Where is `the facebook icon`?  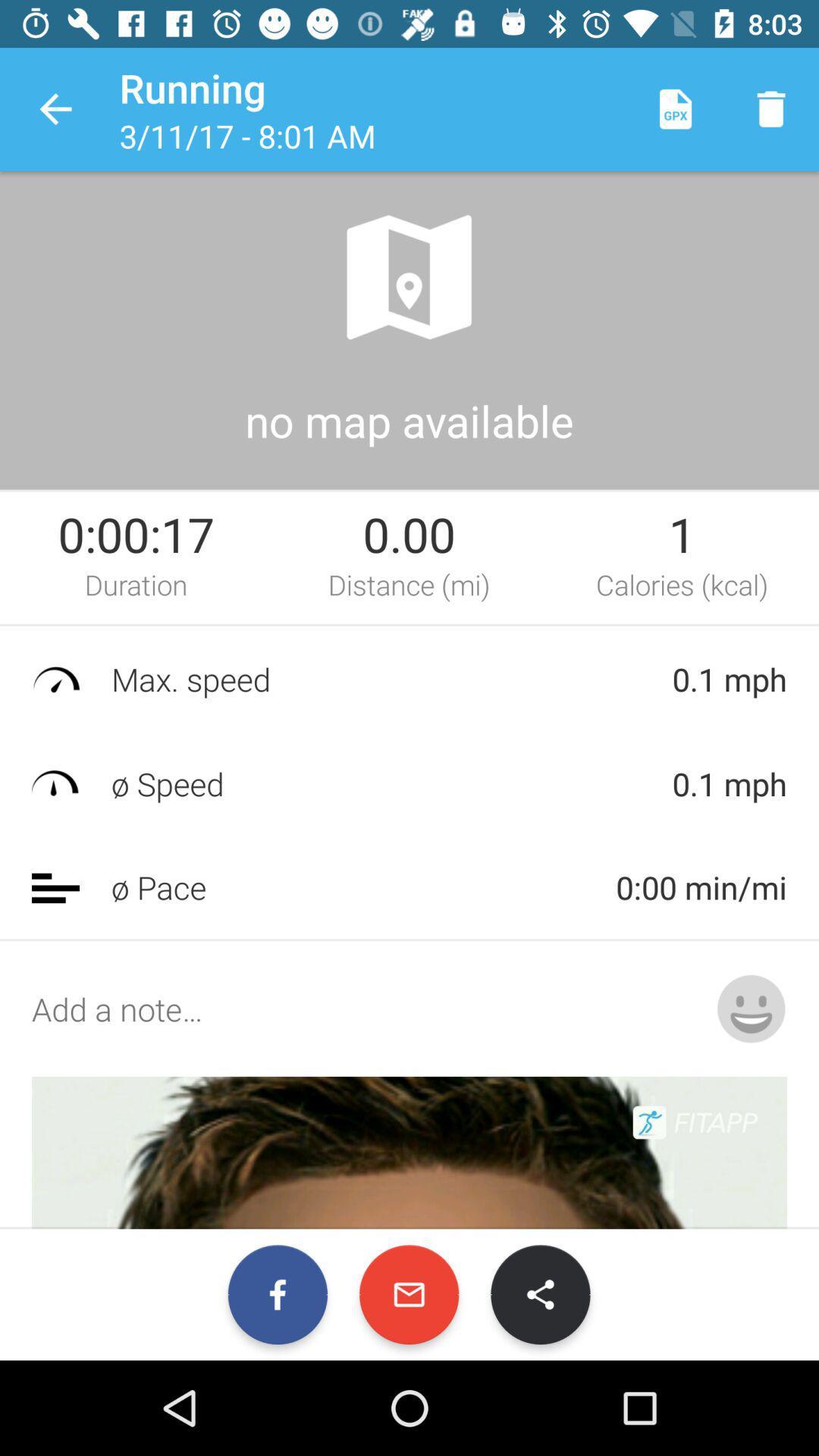 the facebook icon is located at coordinates (278, 1294).